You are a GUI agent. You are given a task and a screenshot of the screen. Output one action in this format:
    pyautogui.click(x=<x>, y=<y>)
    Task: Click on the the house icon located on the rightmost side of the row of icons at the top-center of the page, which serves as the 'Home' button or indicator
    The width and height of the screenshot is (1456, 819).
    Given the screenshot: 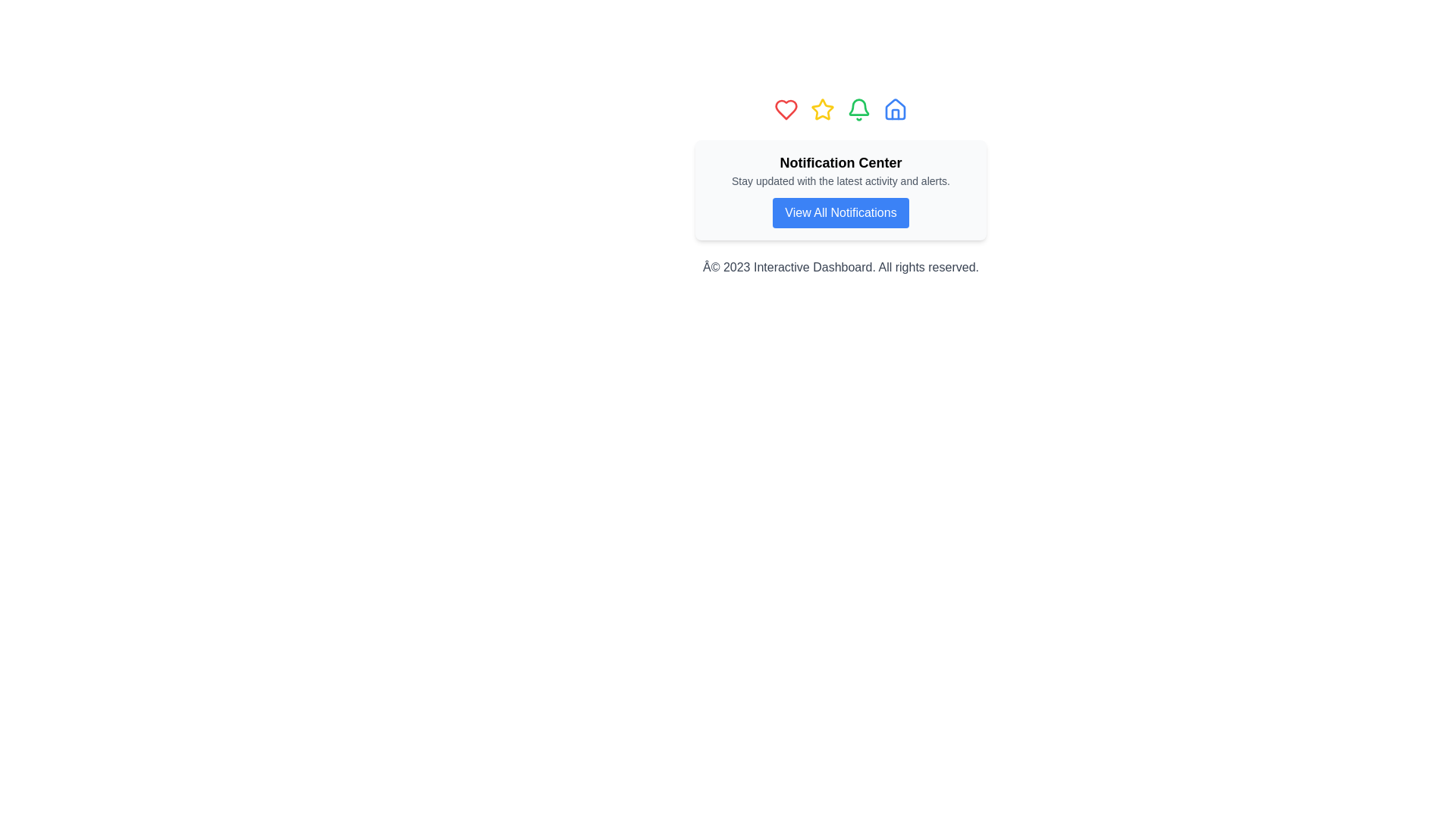 What is the action you would take?
    pyautogui.click(x=895, y=108)
    